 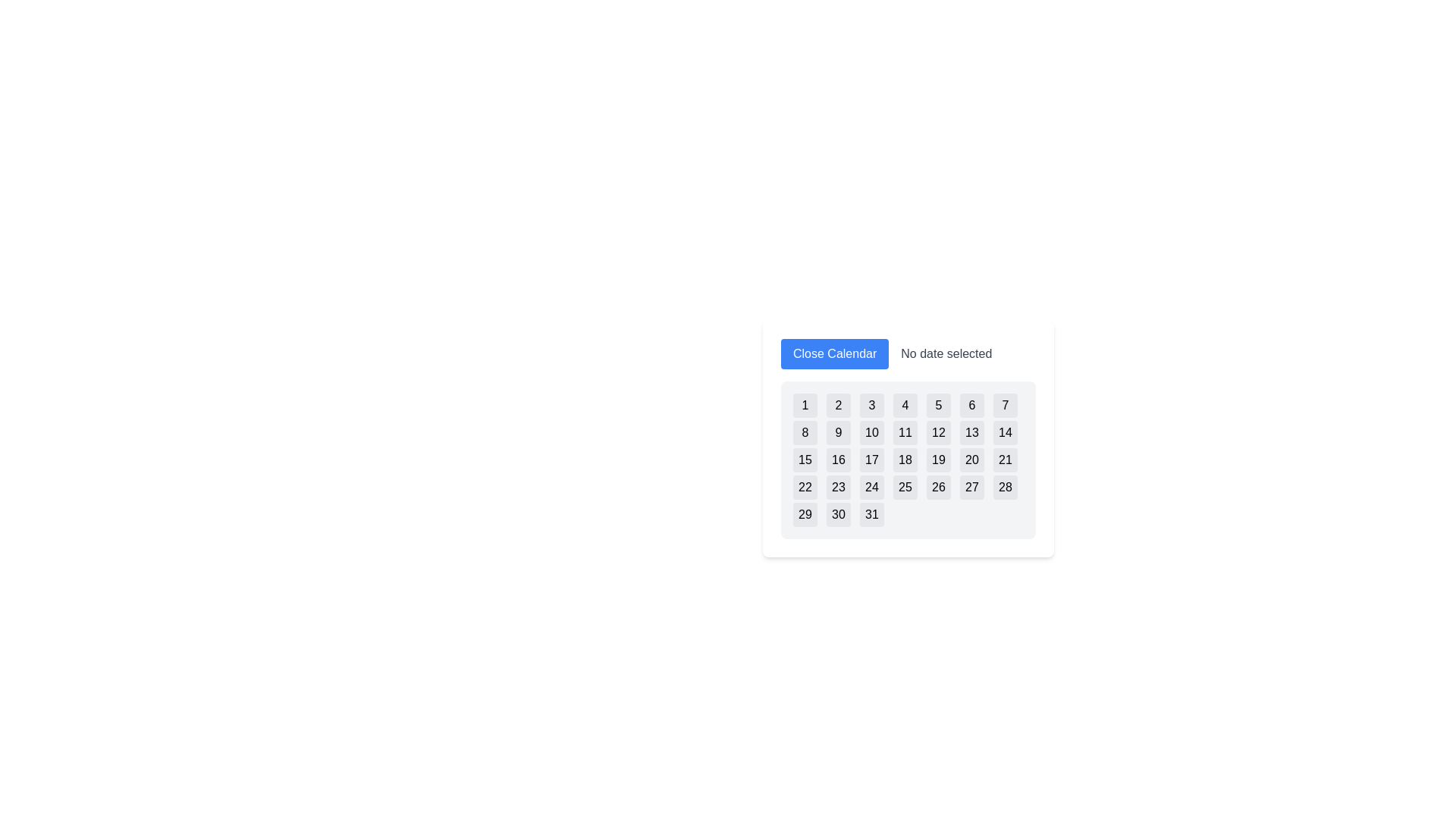 I want to click on the interactive day selector button located in the bottom row of the calendar grid, seventh column, so click(x=1005, y=488).